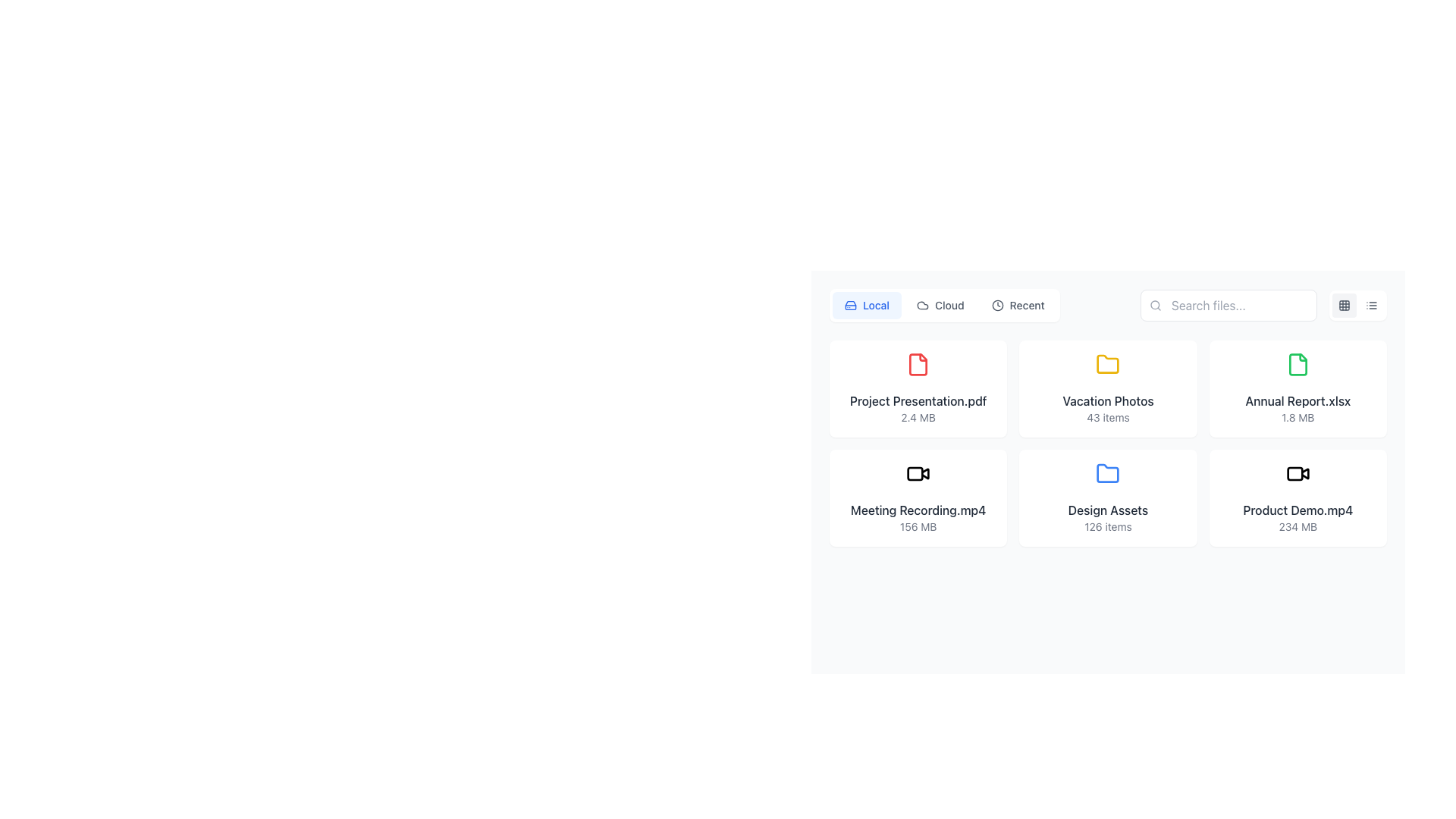 The image size is (1456, 819). I want to click on to select the folder representation component labeled 'Vacation Photos' with a yellow folder icon located in the second column of the first row, so click(1108, 388).